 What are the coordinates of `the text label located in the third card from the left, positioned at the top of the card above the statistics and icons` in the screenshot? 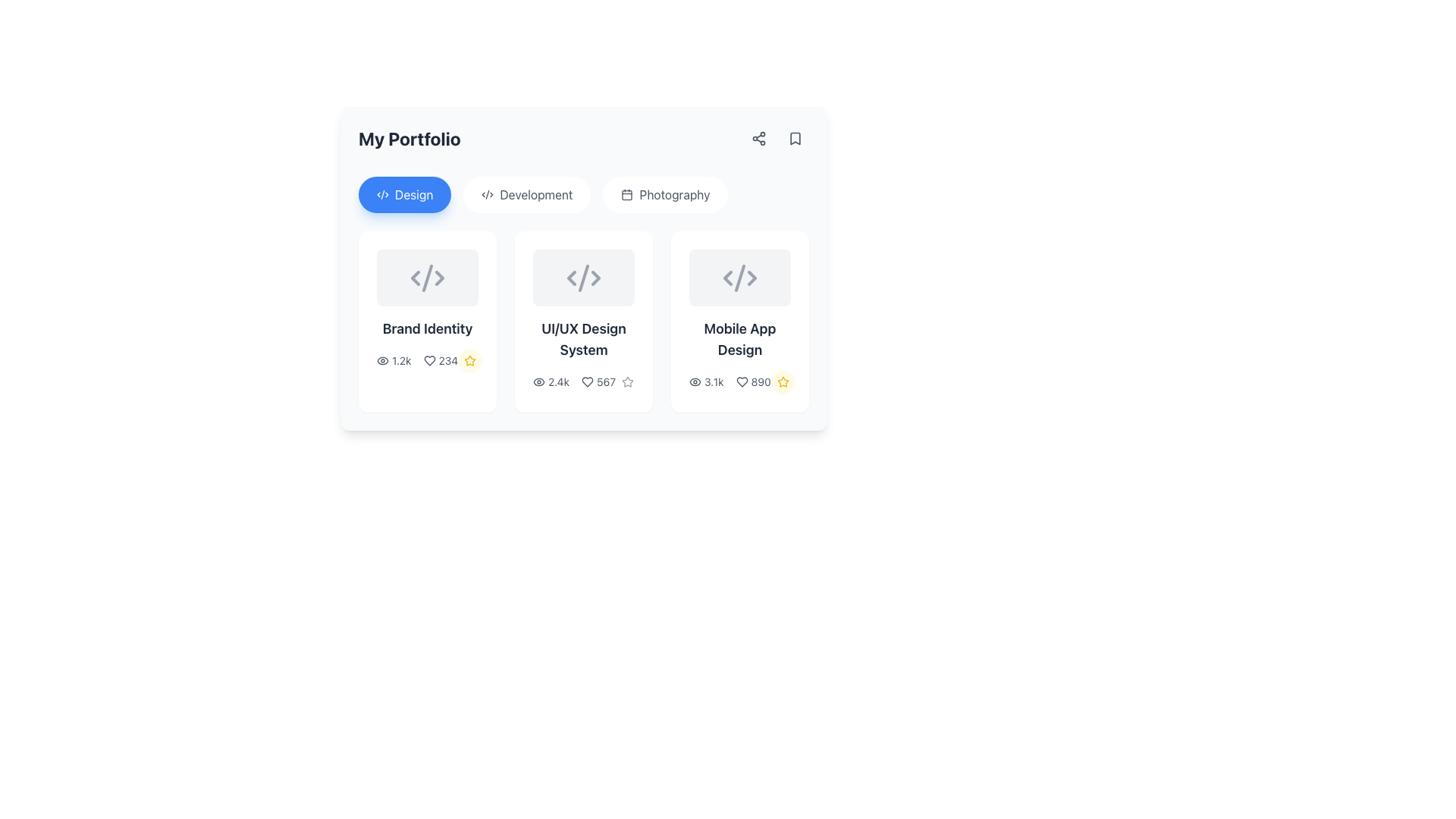 It's located at (739, 338).